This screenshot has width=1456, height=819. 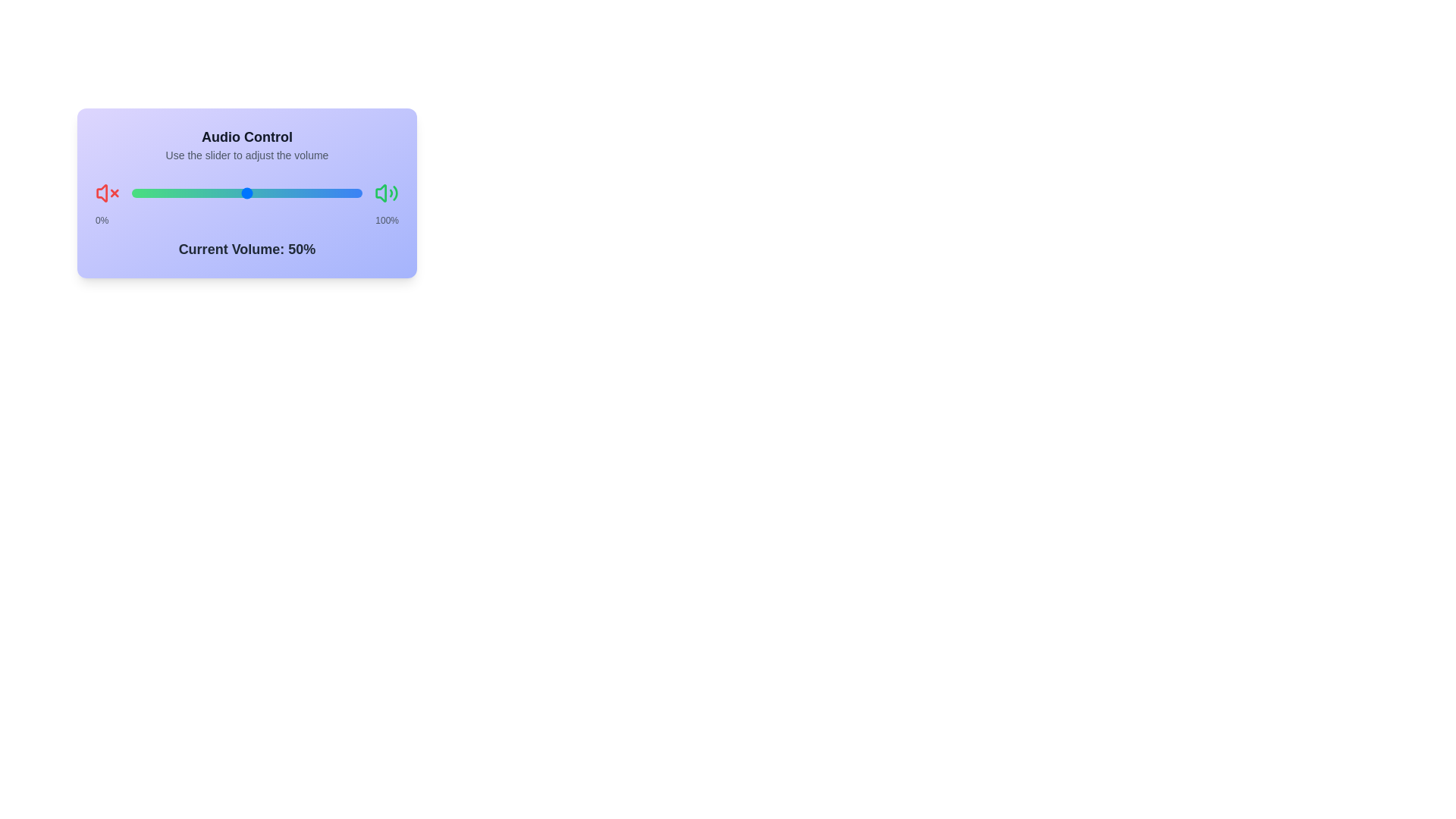 What do you see at coordinates (131, 192) in the screenshot?
I see `the slider to set the volume to 6%` at bounding box center [131, 192].